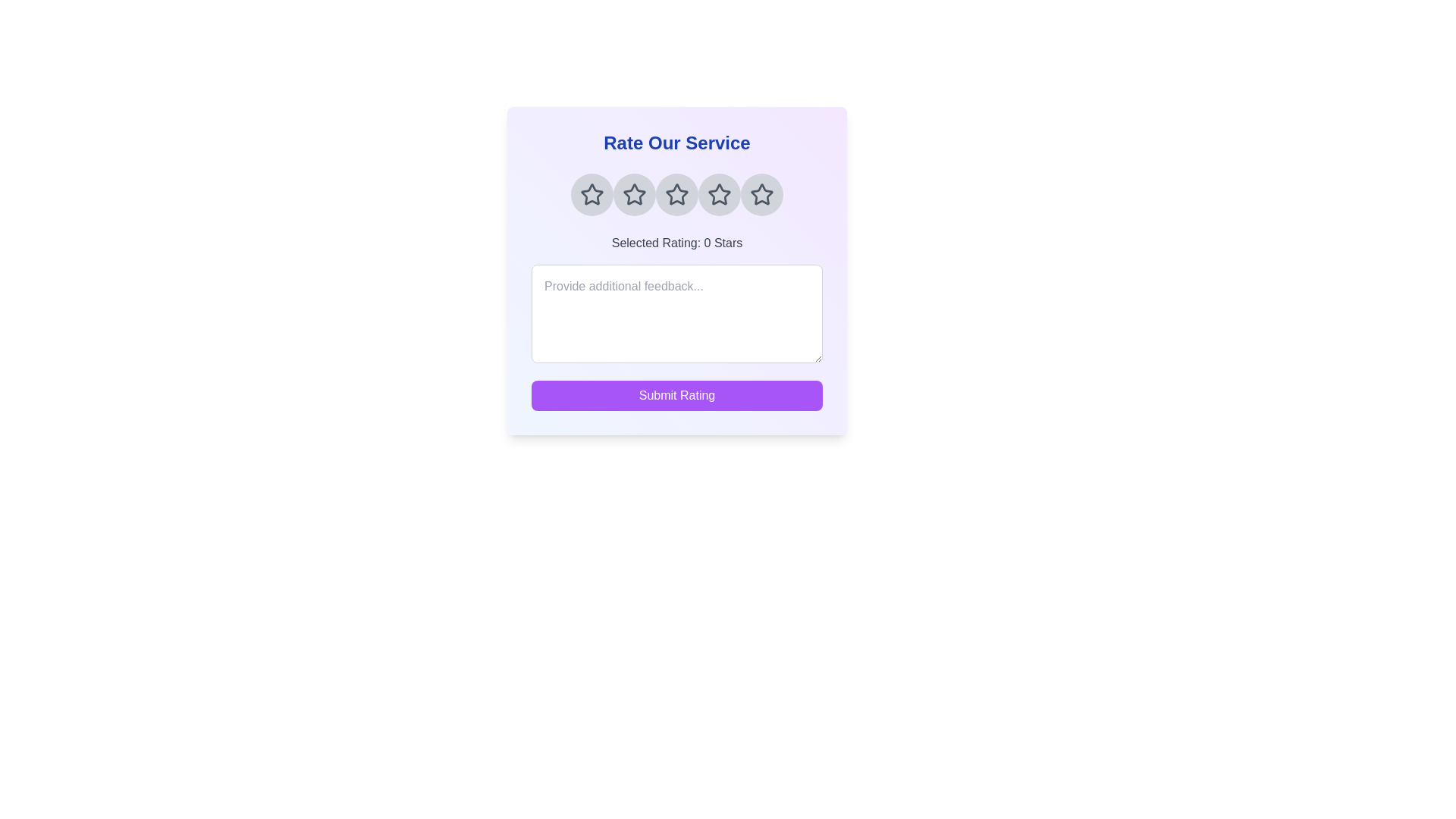 The width and height of the screenshot is (1456, 819). Describe the element at coordinates (761, 194) in the screenshot. I see `the star corresponding to 5 to preview the rating` at that location.